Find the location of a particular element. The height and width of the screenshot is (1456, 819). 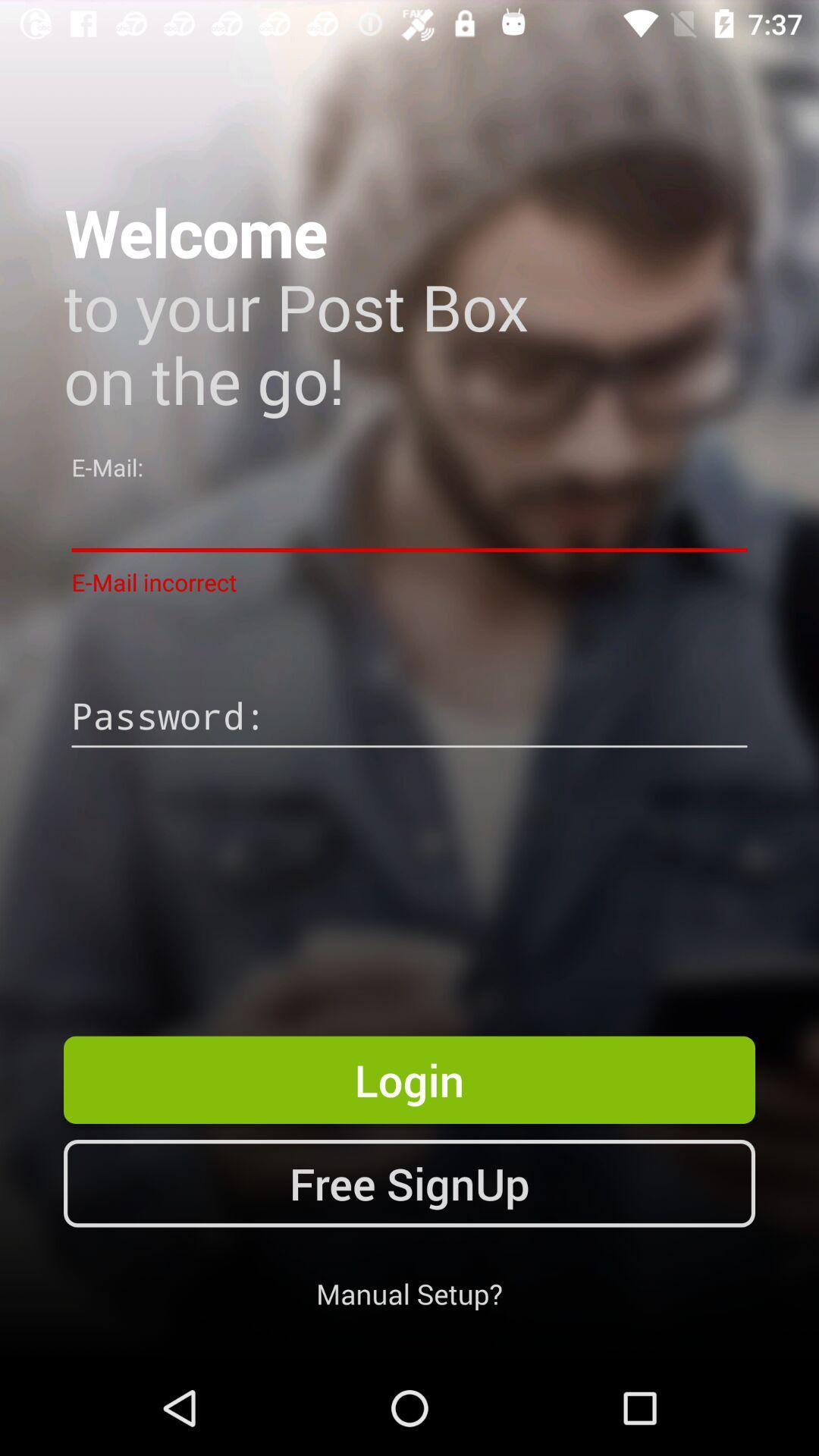

item above e-mail incorrect app is located at coordinates (409, 520).